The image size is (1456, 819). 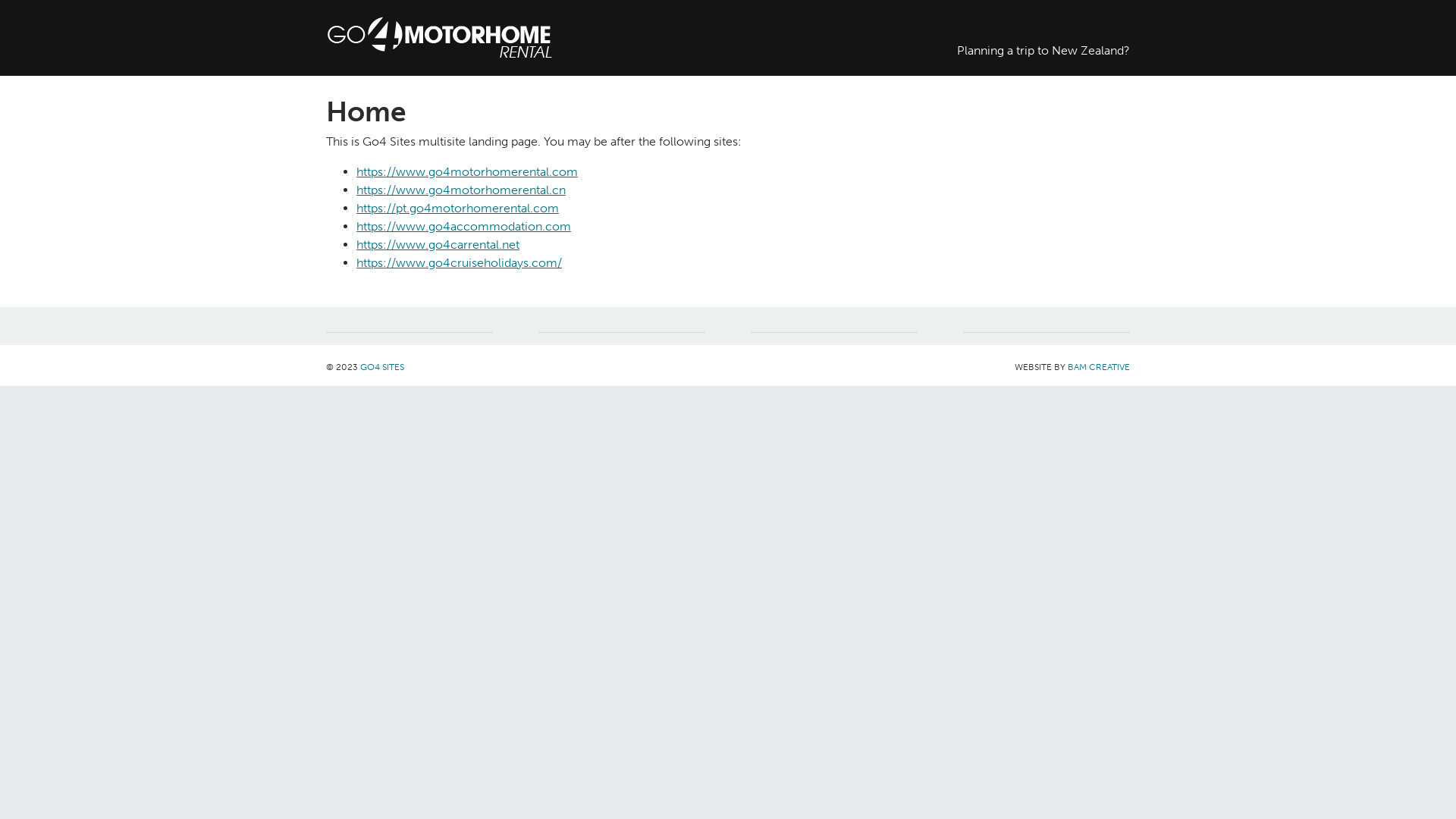 I want to click on 'https://www.go4motorhomerental.com', so click(x=466, y=171).